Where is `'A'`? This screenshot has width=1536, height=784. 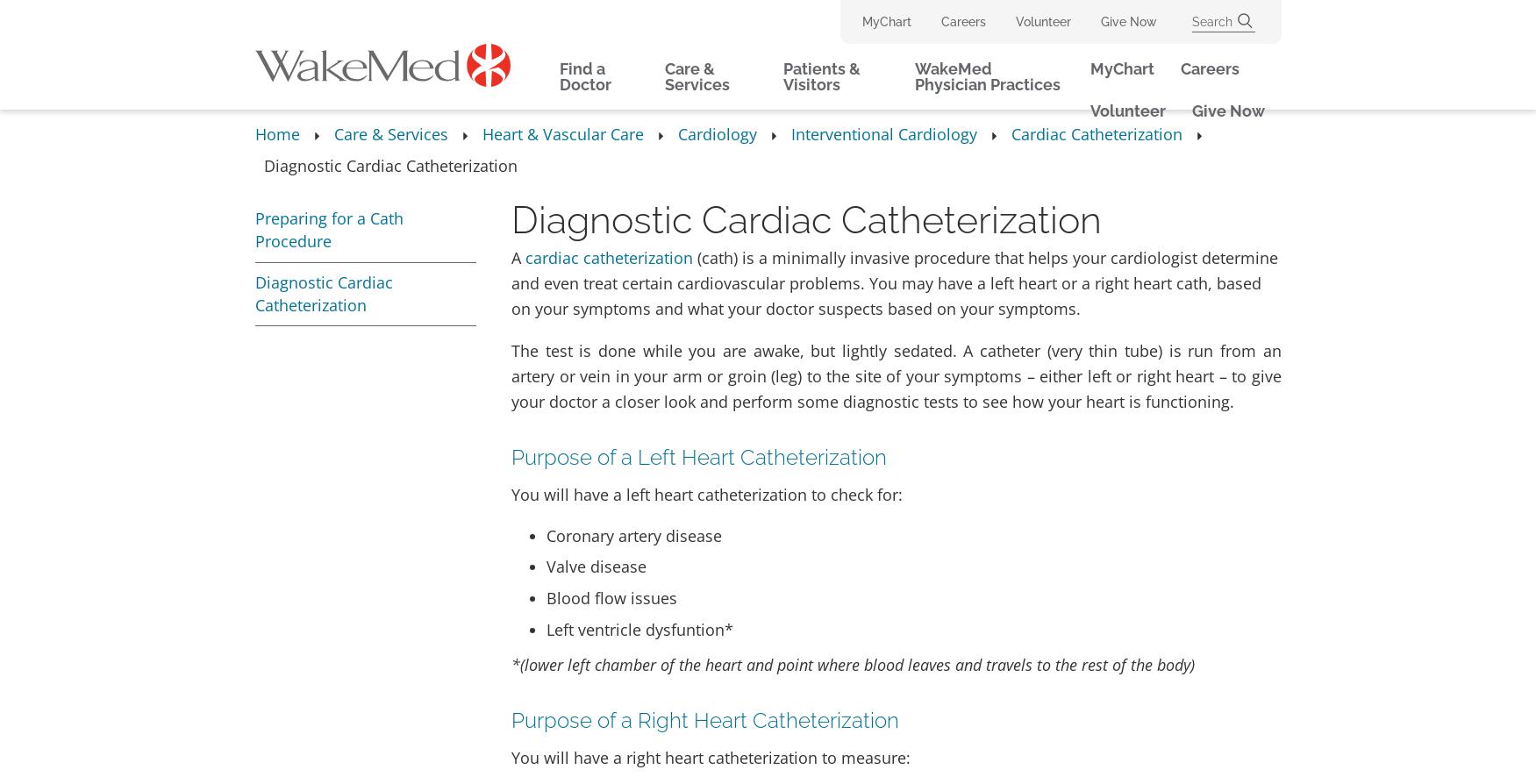 'A' is located at coordinates (518, 255).